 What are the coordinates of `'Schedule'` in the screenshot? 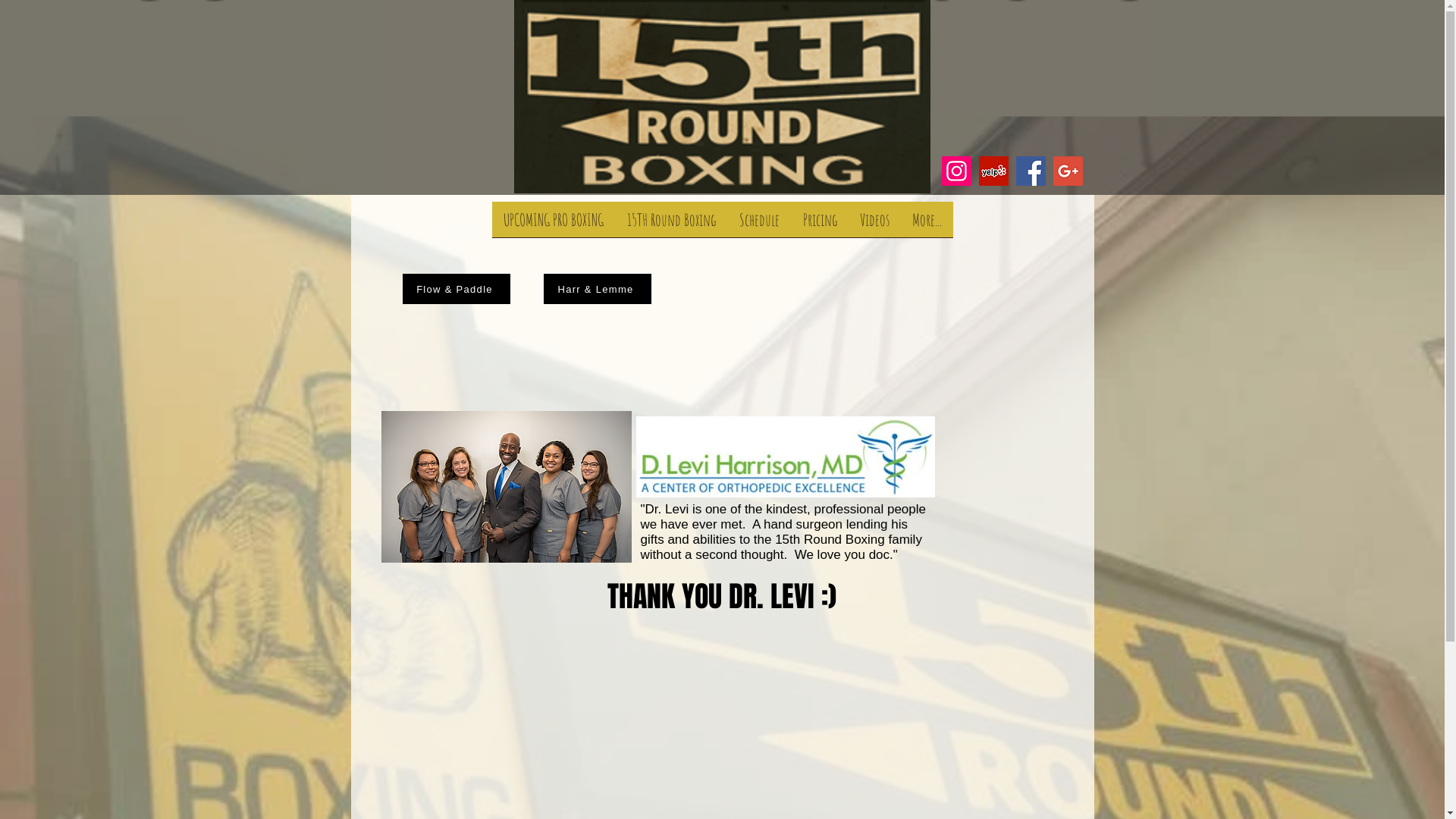 It's located at (760, 224).